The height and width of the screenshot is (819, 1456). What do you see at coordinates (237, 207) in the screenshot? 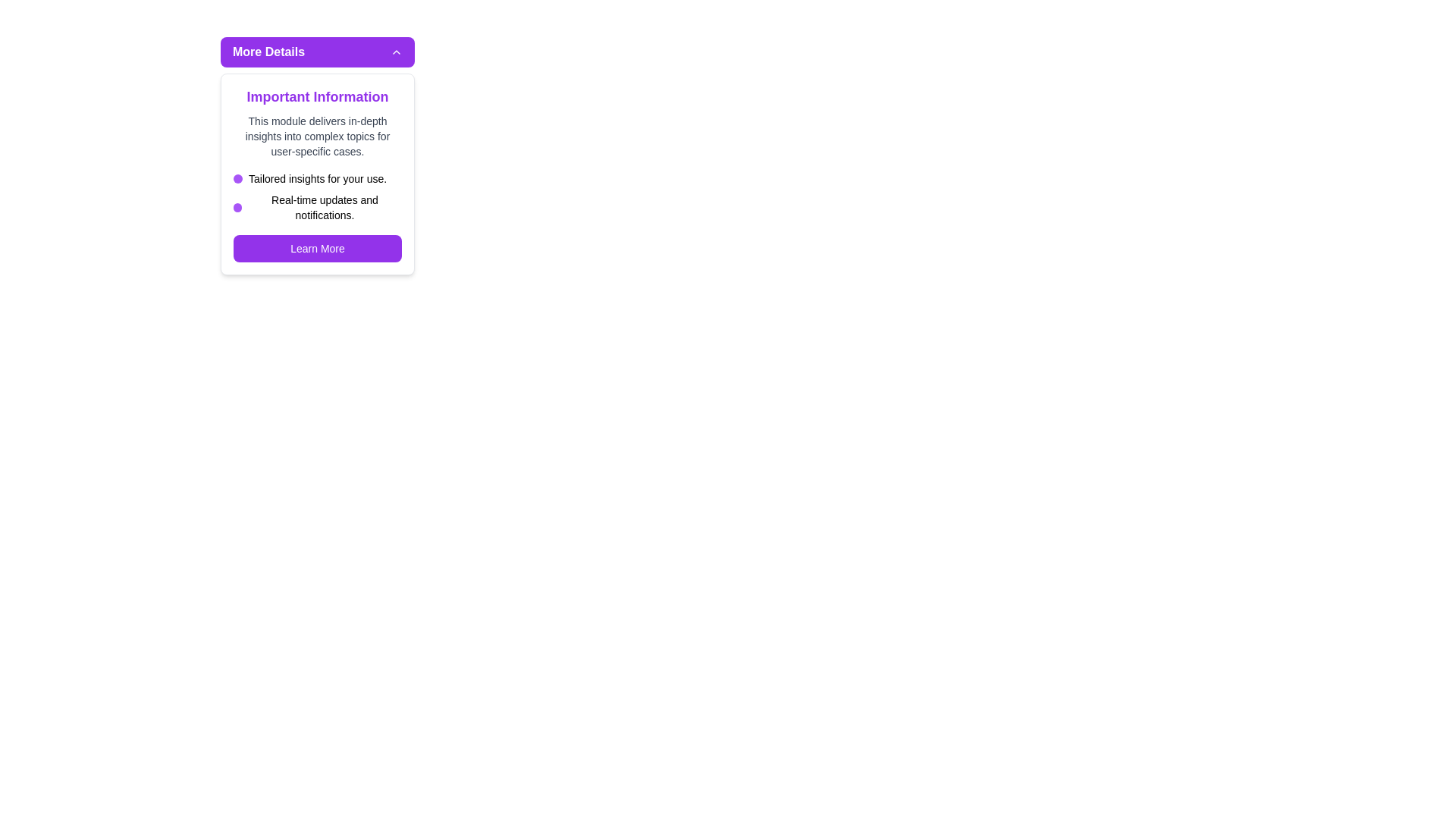
I see `the visual marker or notification indicator located to the left of the text 'Real-time updates and notifications' within the 'Important Information' section` at bounding box center [237, 207].